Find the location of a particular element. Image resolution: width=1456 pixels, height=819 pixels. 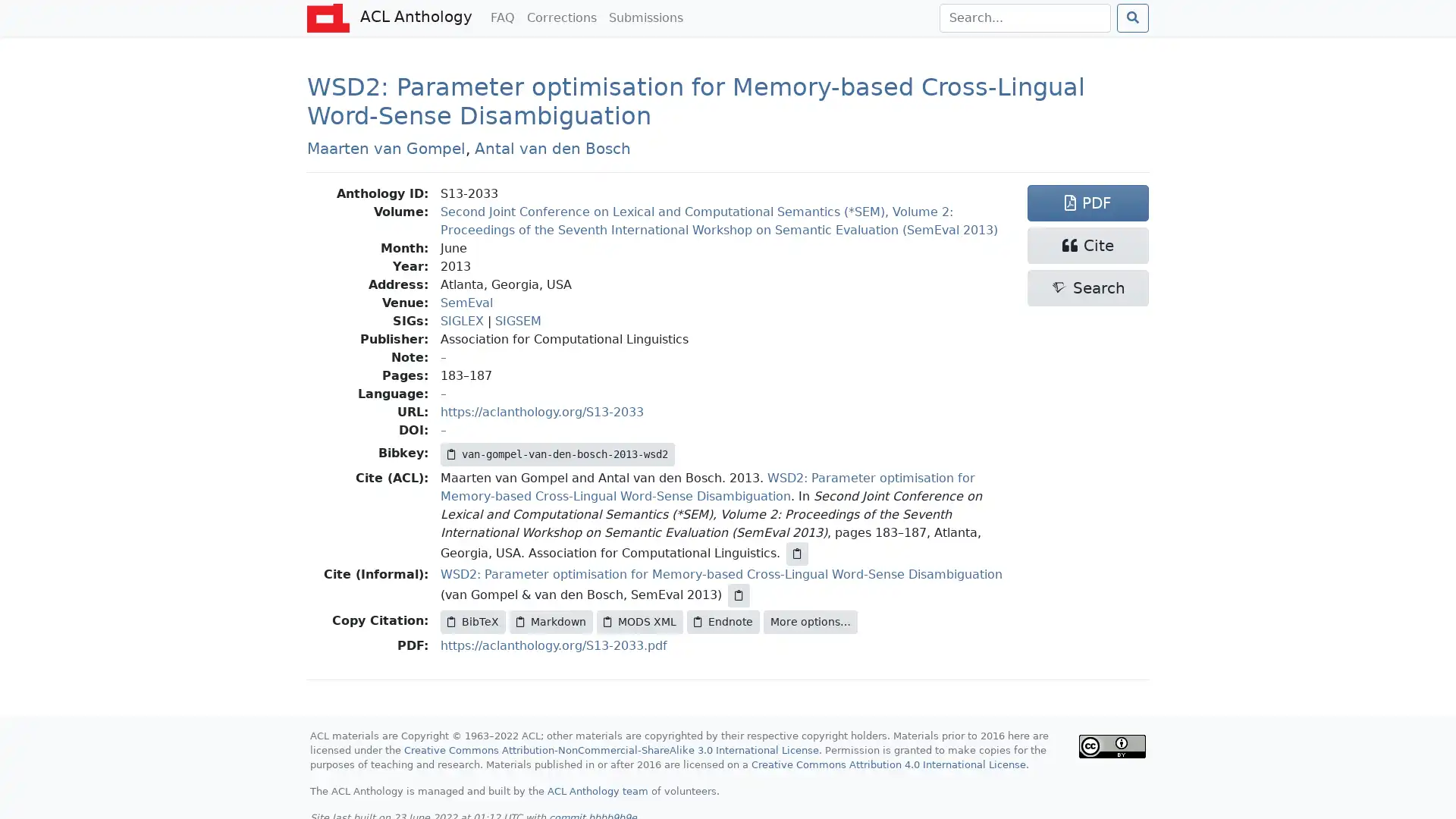

MODS XML is located at coordinates (640, 621).